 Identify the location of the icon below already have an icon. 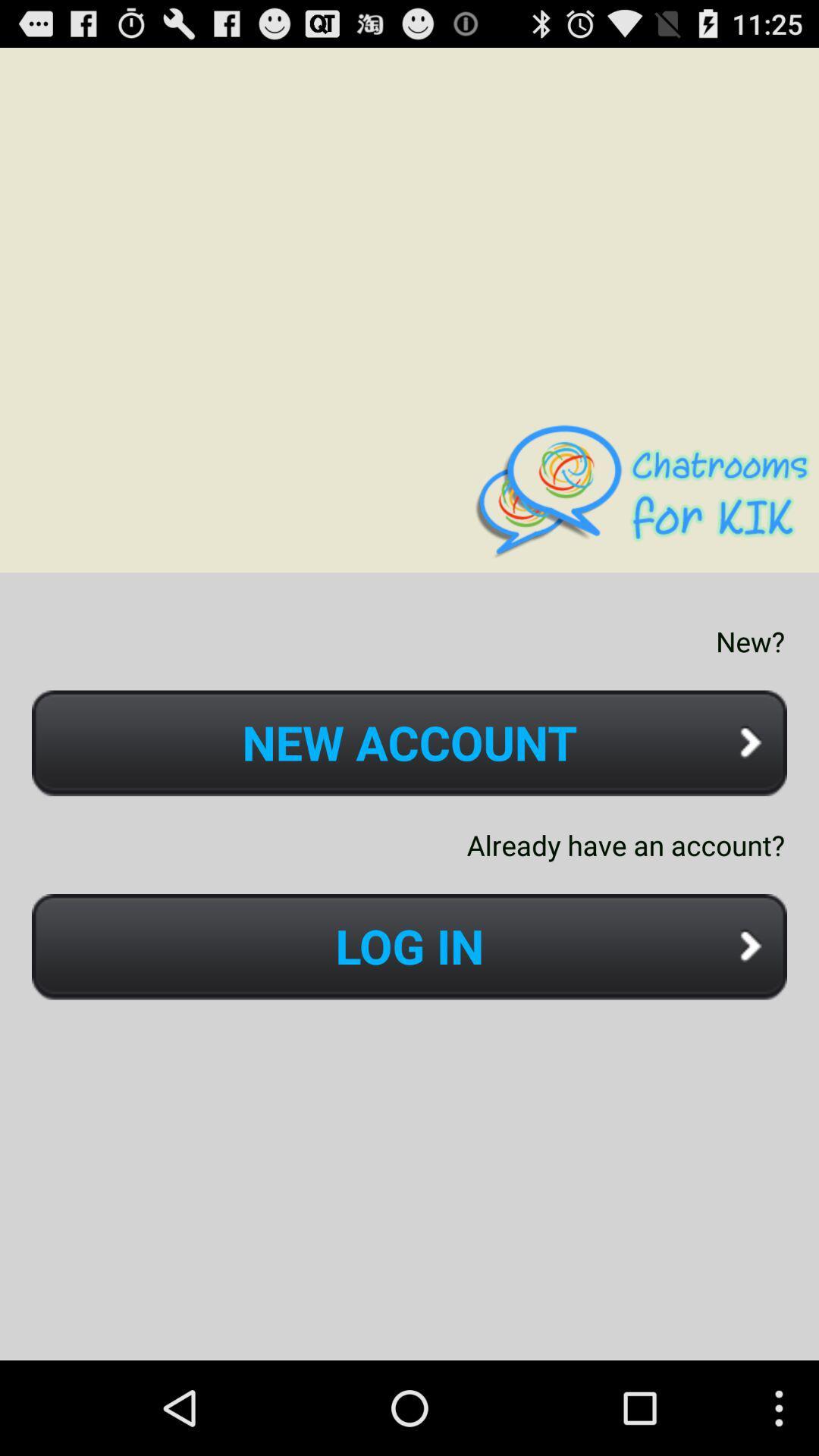
(409, 946).